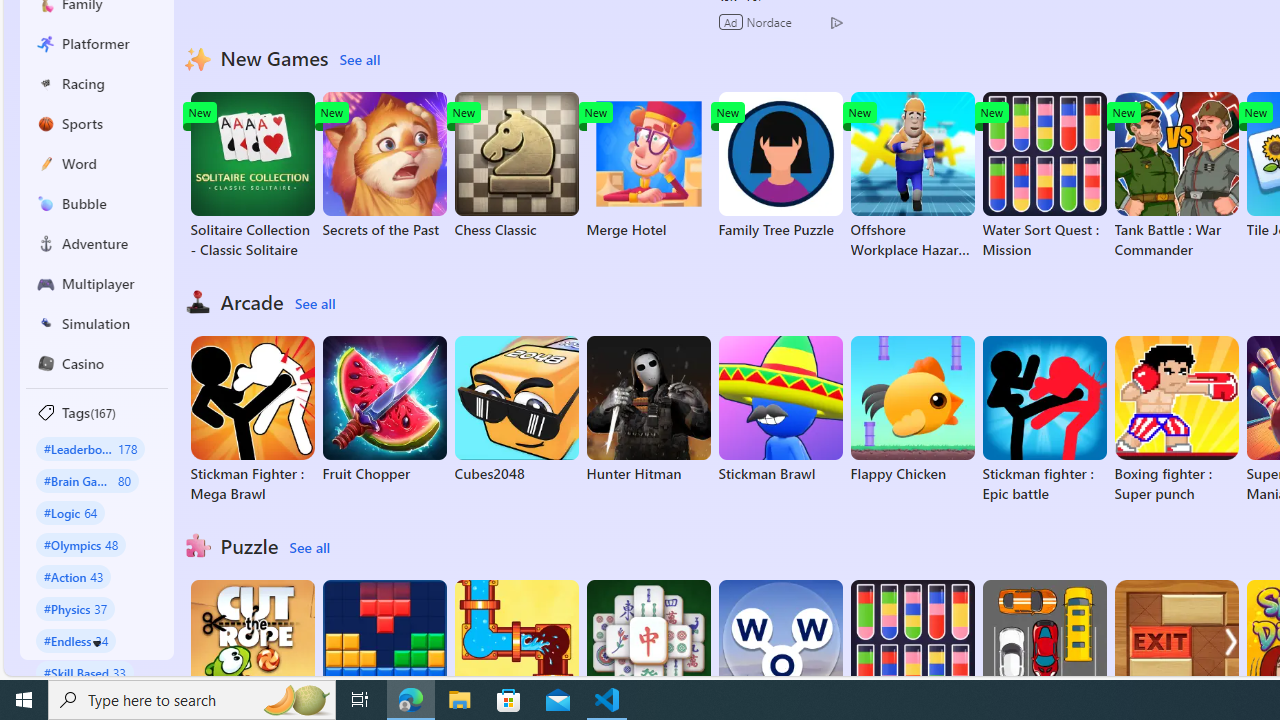  What do you see at coordinates (76, 640) in the screenshot?
I see `'#Endless 34'` at bounding box center [76, 640].